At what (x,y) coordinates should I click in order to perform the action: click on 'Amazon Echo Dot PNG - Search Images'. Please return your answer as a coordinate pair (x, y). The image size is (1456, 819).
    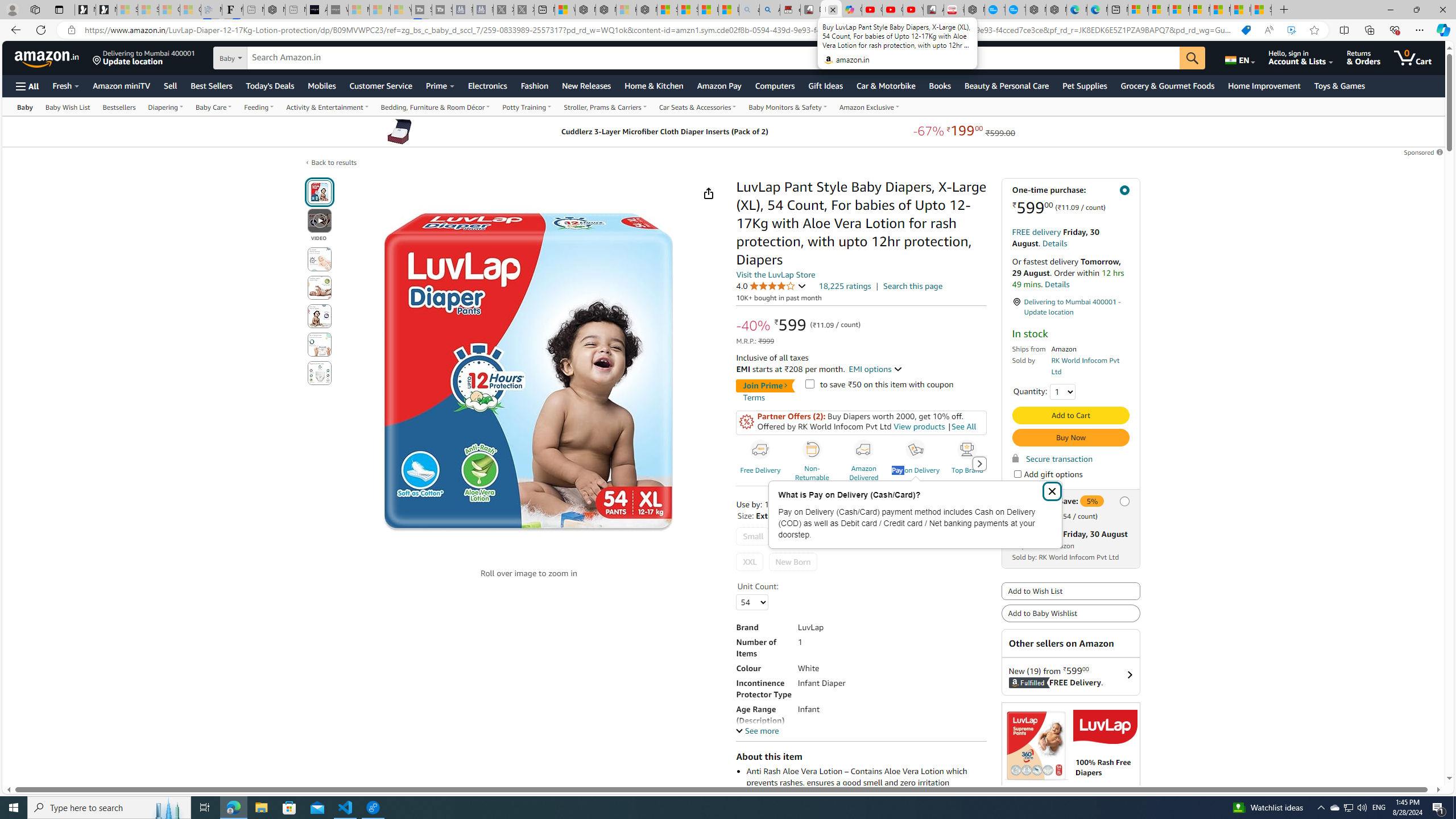
    Looking at the image, I should click on (769, 9).